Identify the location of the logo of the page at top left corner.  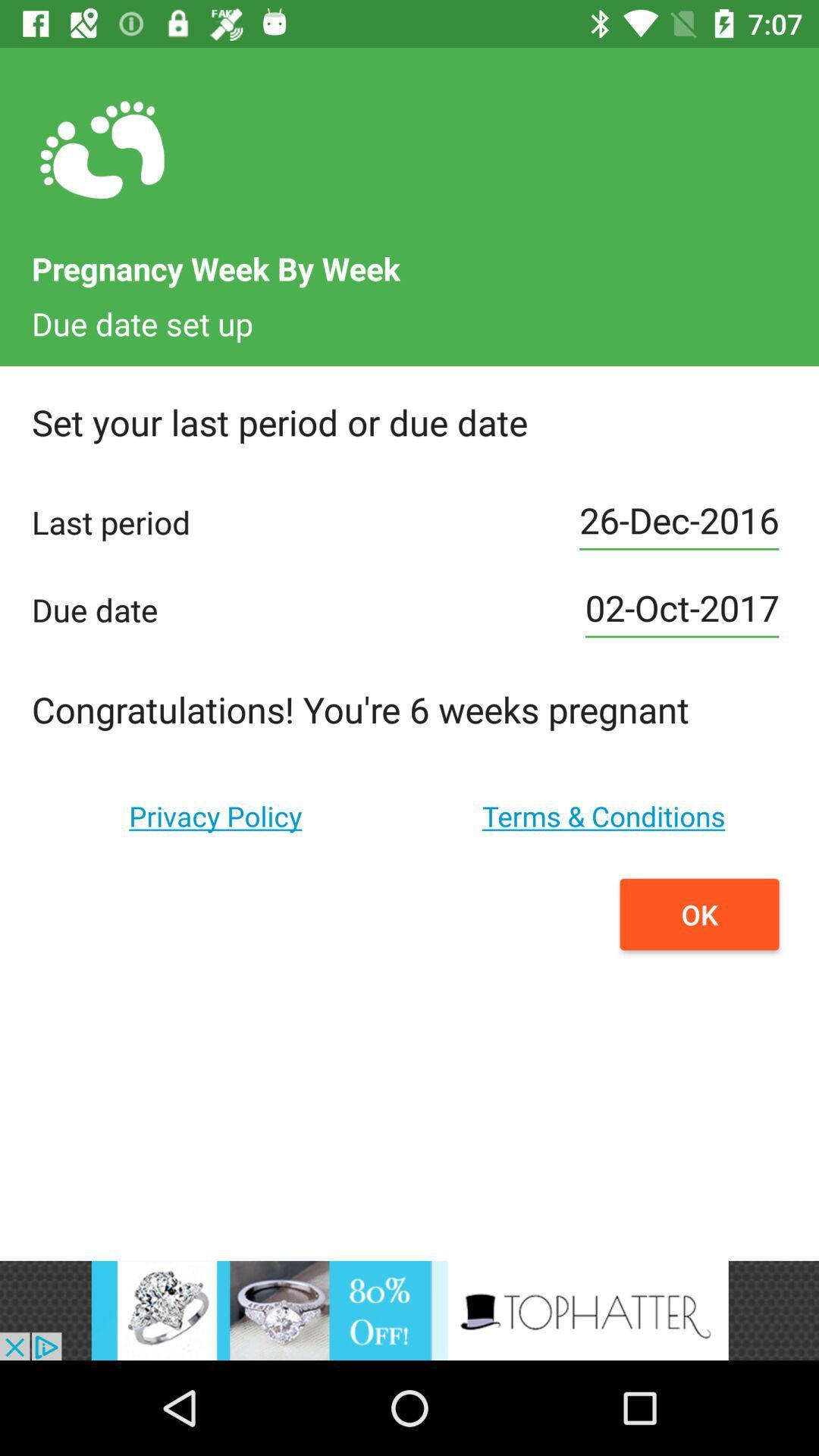
(102, 151).